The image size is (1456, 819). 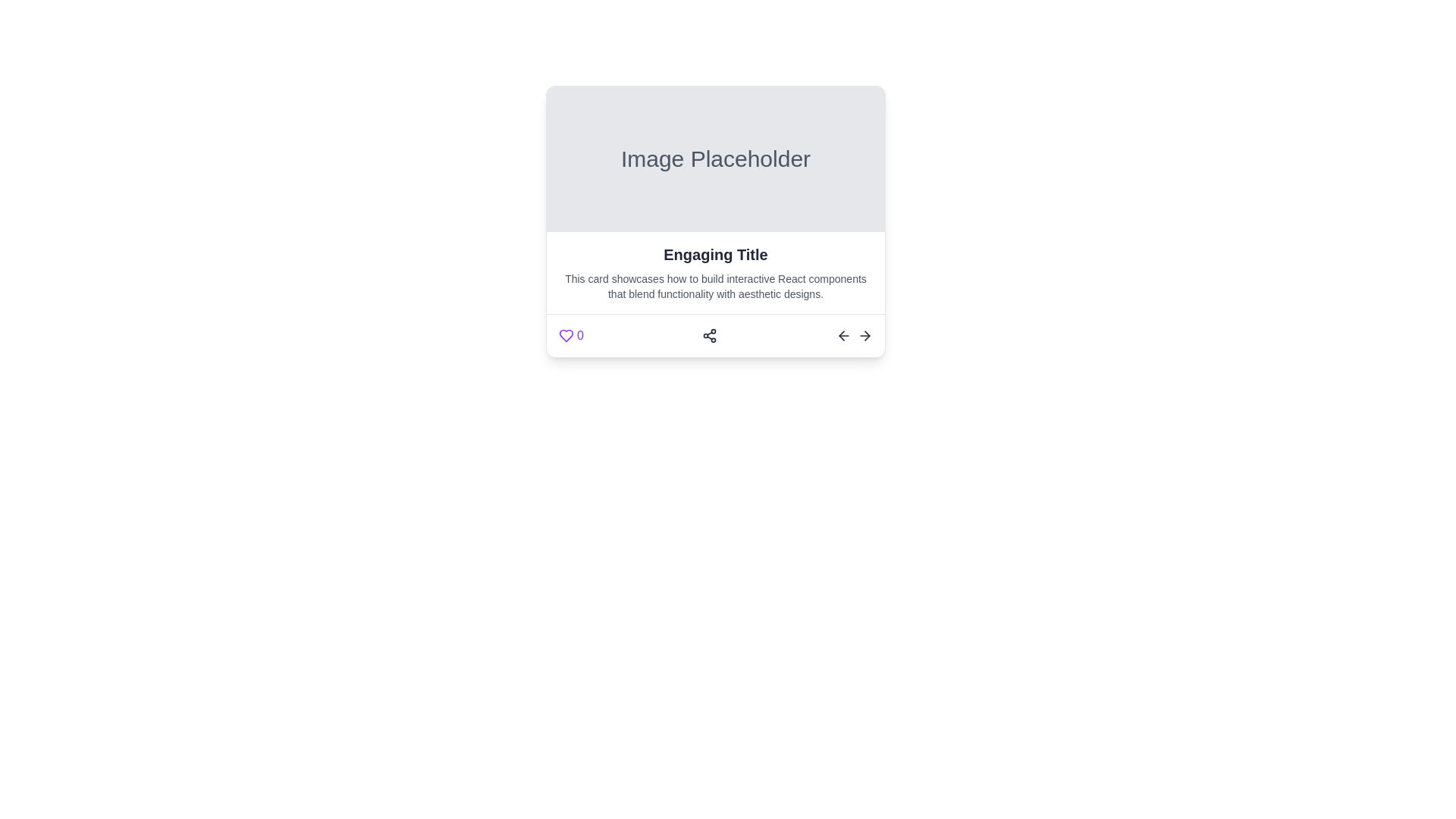 I want to click on the Card item placeholder which has a light gray background and the text 'Image Placeholder' centered in a darker gray color, so click(x=715, y=158).